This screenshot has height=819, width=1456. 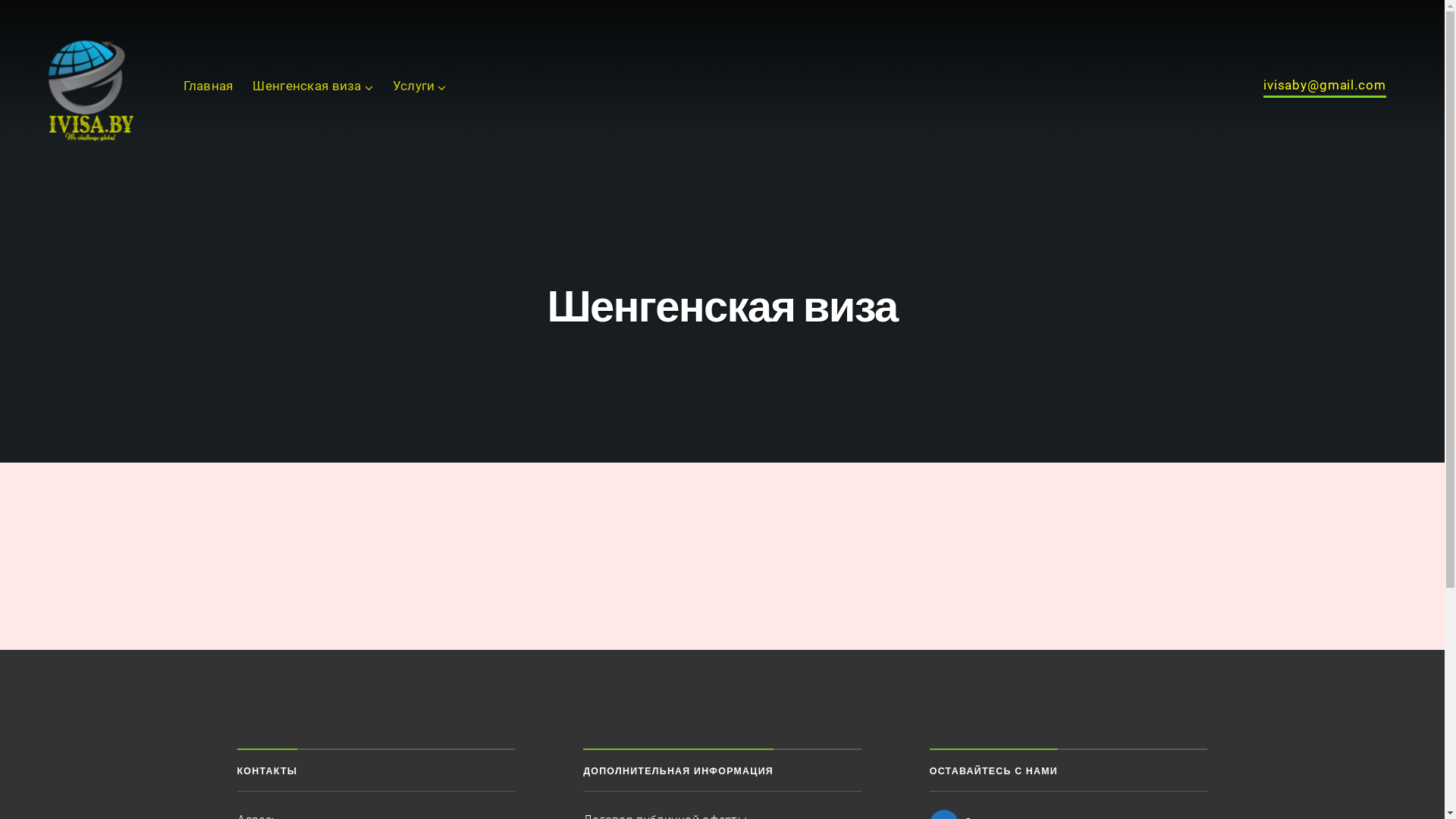 I want to click on 'ivisaby@gmail.com', so click(x=1323, y=88).